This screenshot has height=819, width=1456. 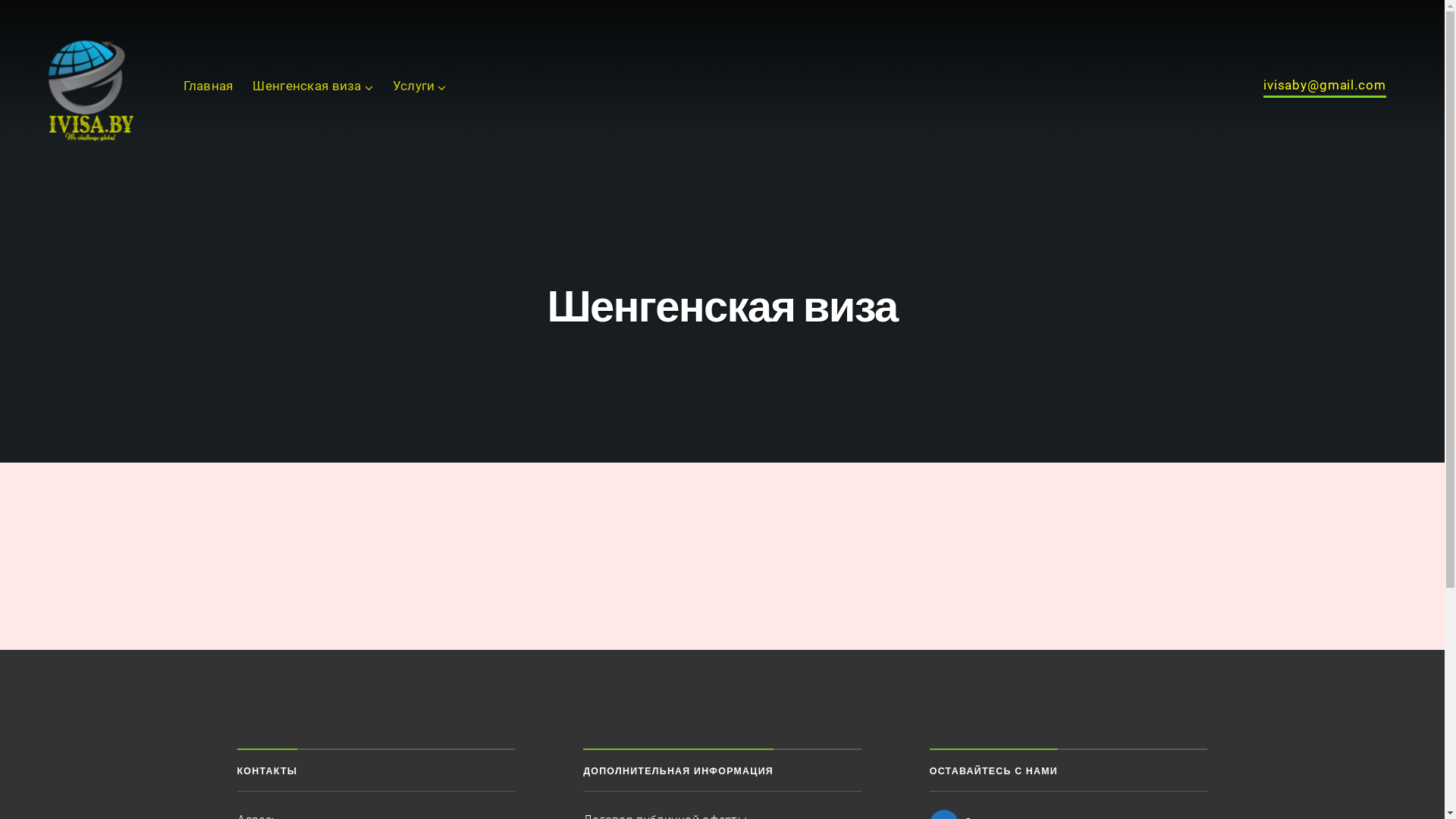 I want to click on 'ivisaby@gmail.com', so click(x=1323, y=88).